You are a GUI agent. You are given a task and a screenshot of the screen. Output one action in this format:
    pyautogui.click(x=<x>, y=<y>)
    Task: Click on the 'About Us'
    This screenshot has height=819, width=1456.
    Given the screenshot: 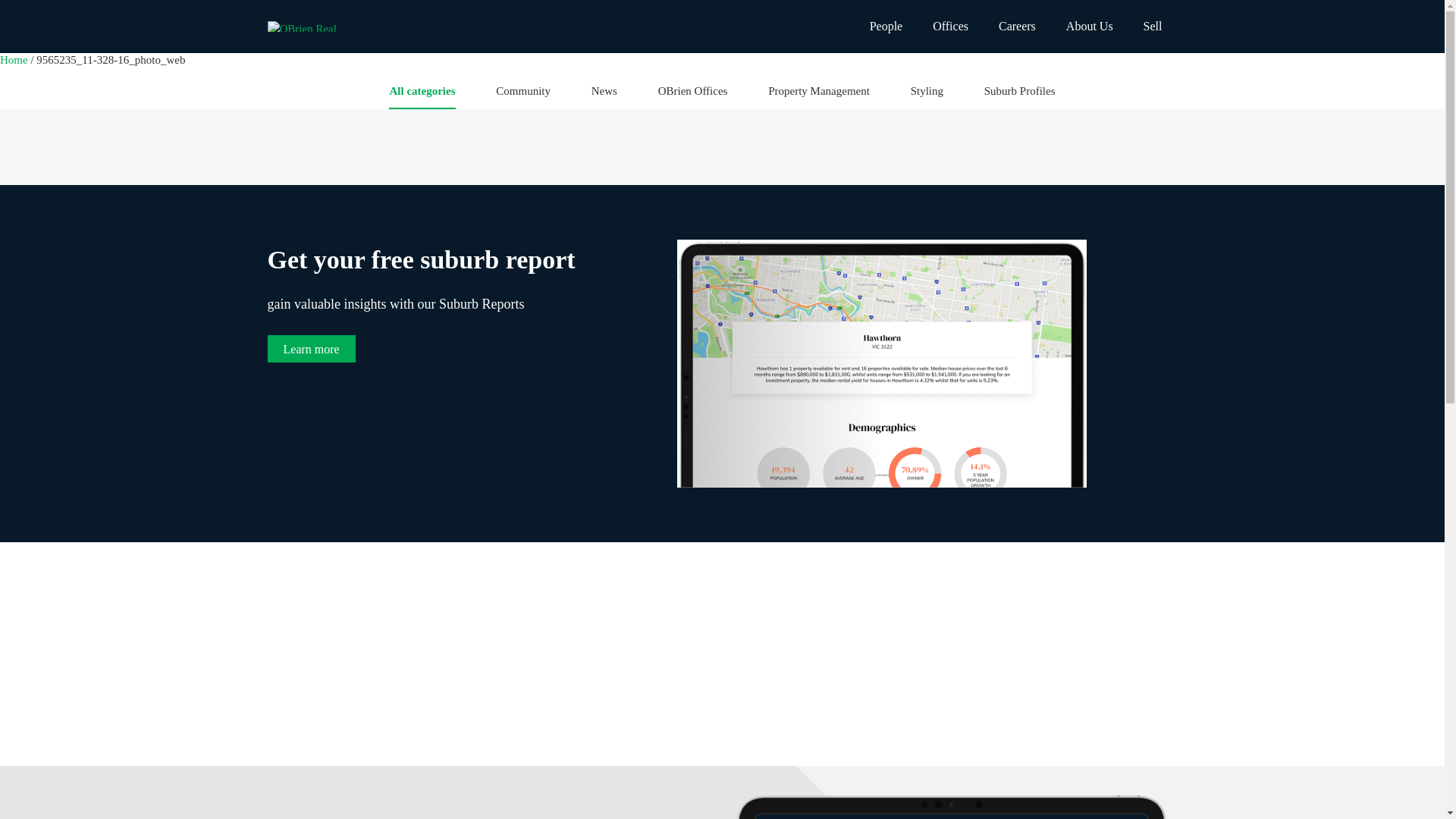 What is the action you would take?
    pyautogui.click(x=1050, y=26)
    